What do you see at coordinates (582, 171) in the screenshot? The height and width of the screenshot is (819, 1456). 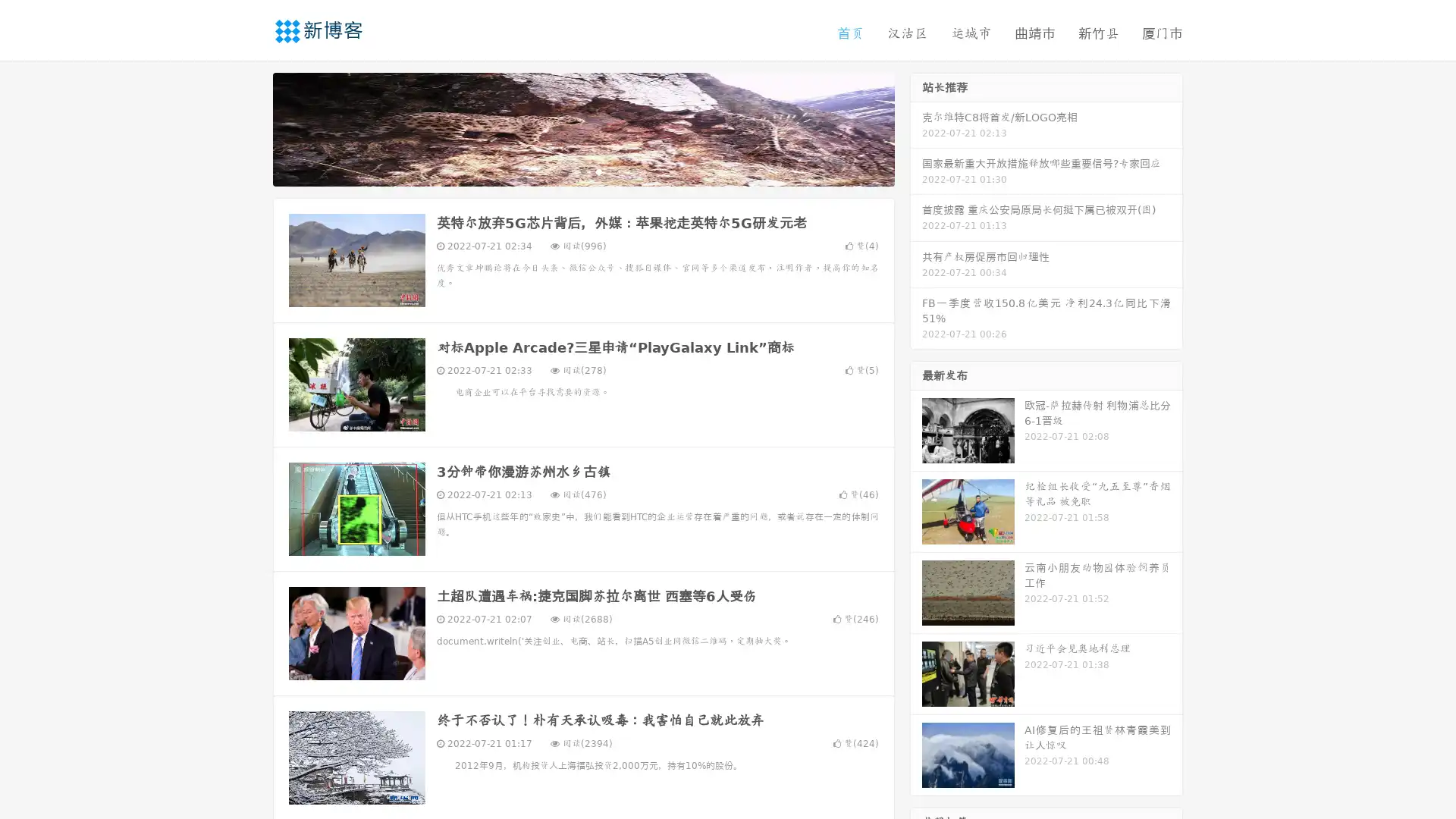 I see `Go to slide 2` at bounding box center [582, 171].